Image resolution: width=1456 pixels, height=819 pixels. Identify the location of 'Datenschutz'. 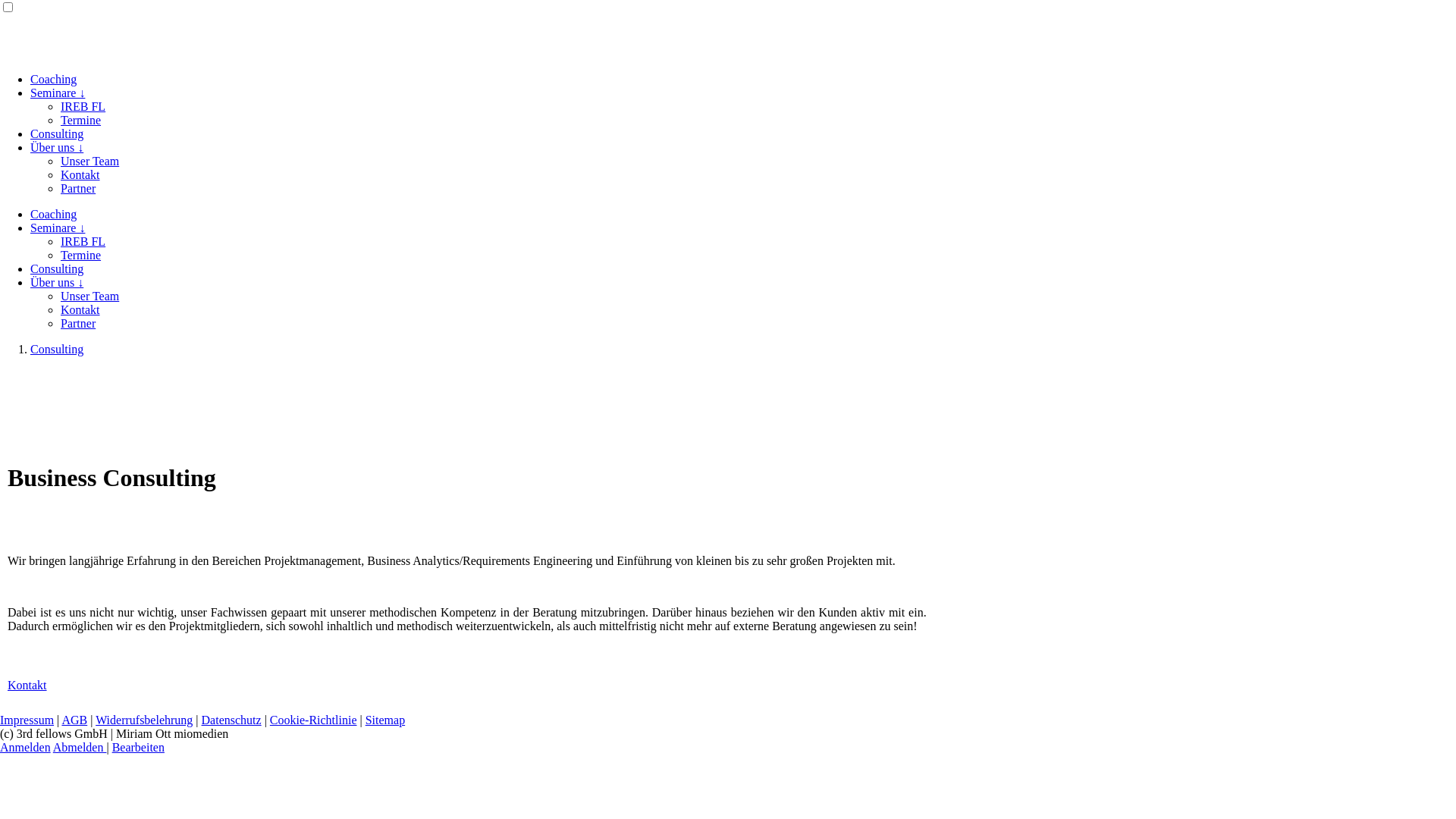
(200, 719).